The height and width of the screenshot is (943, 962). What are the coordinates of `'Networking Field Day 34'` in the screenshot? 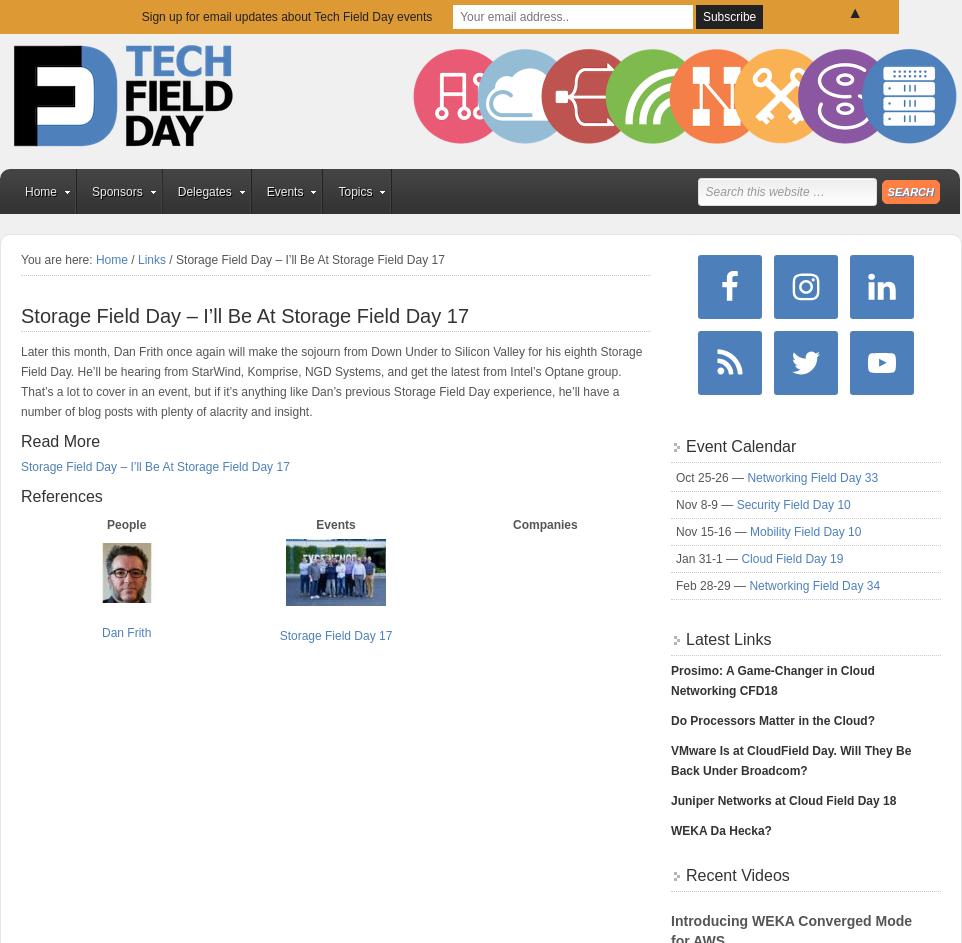 It's located at (813, 584).